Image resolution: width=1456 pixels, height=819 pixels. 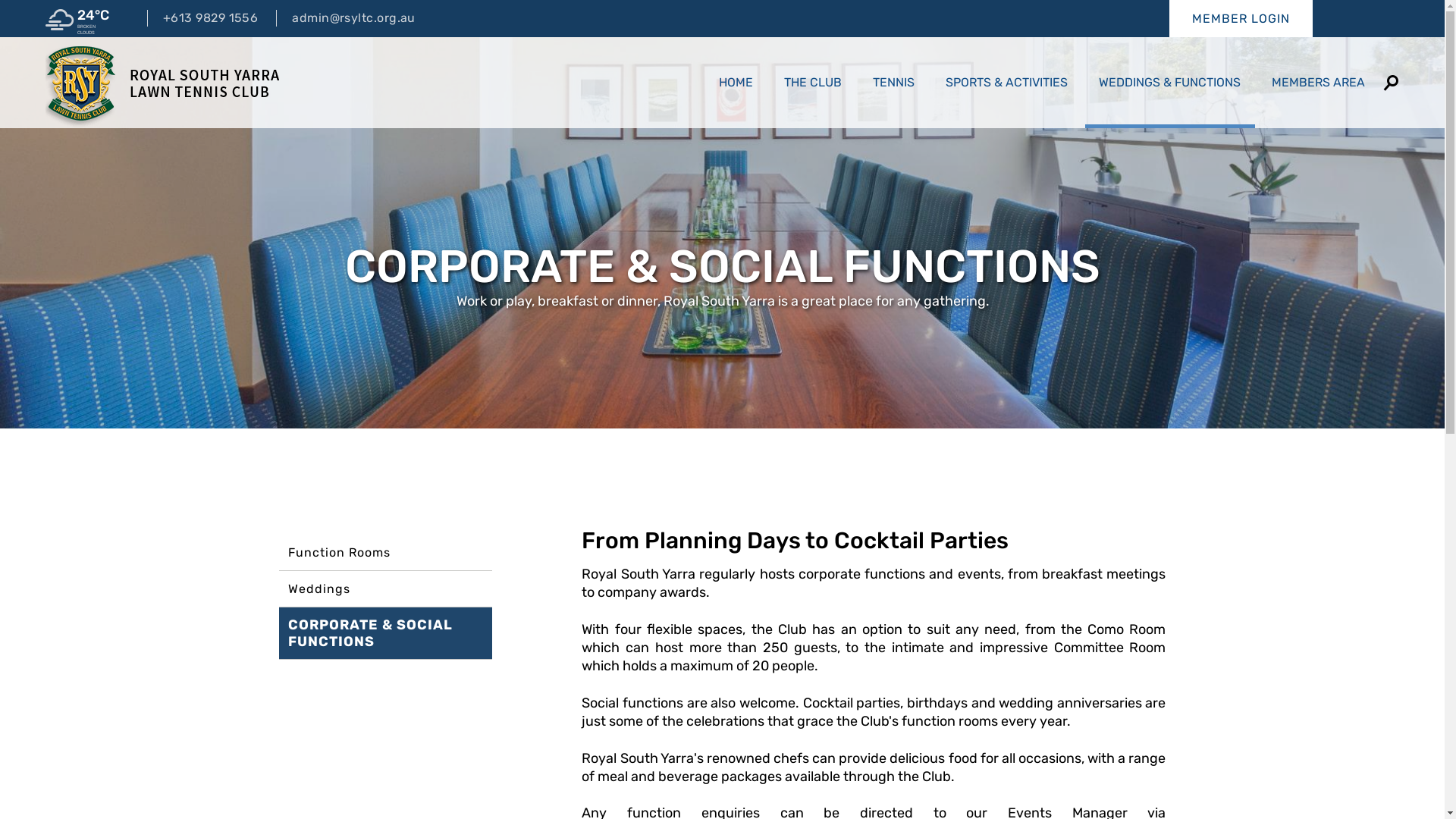 What do you see at coordinates (1316, 82) in the screenshot?
I see `'MEMBERS AREA'` at bounding box center [1316, 82].